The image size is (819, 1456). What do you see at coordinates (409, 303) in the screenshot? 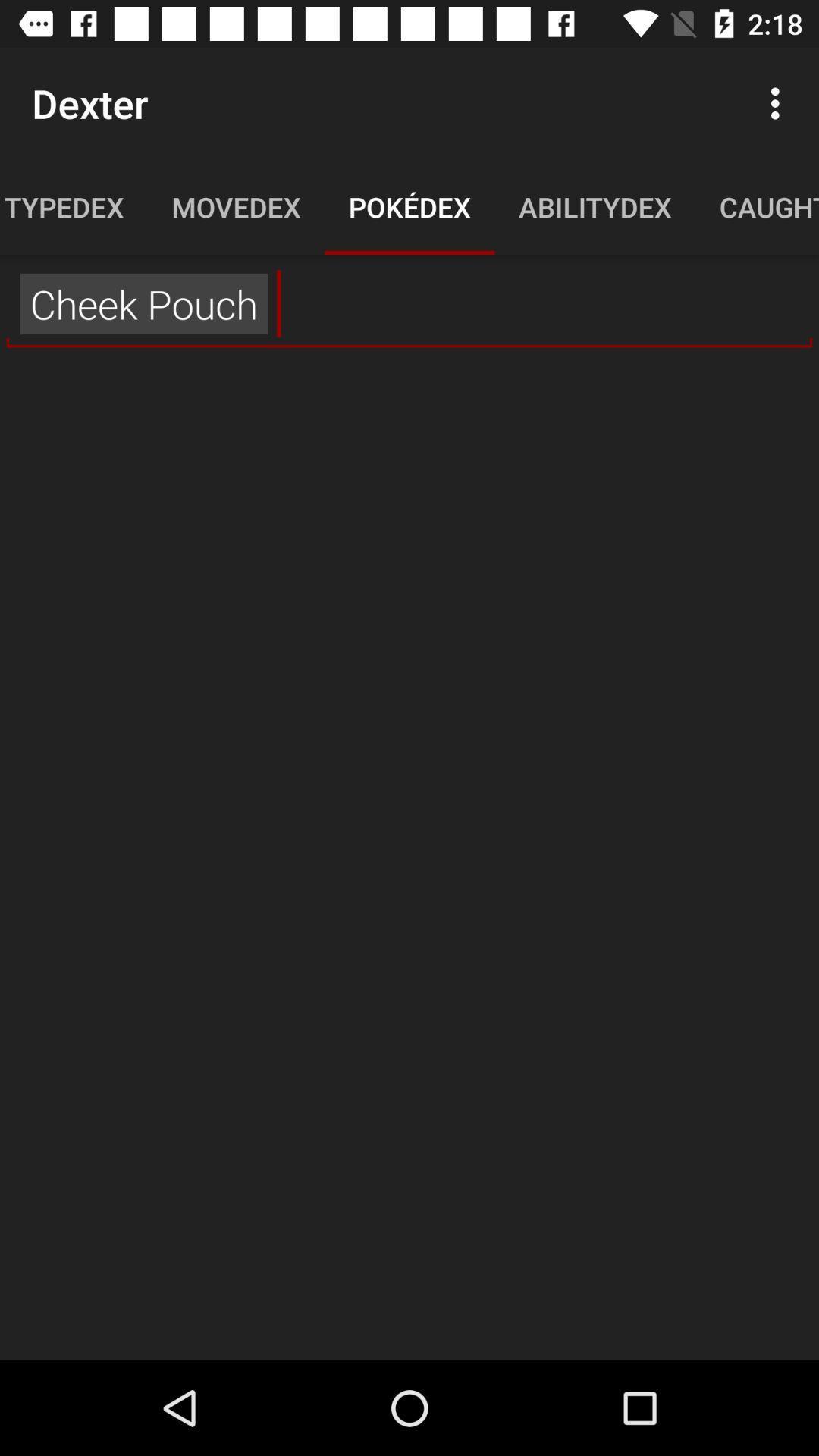
I see `the ,,  item` at bounding box center [409, 303].